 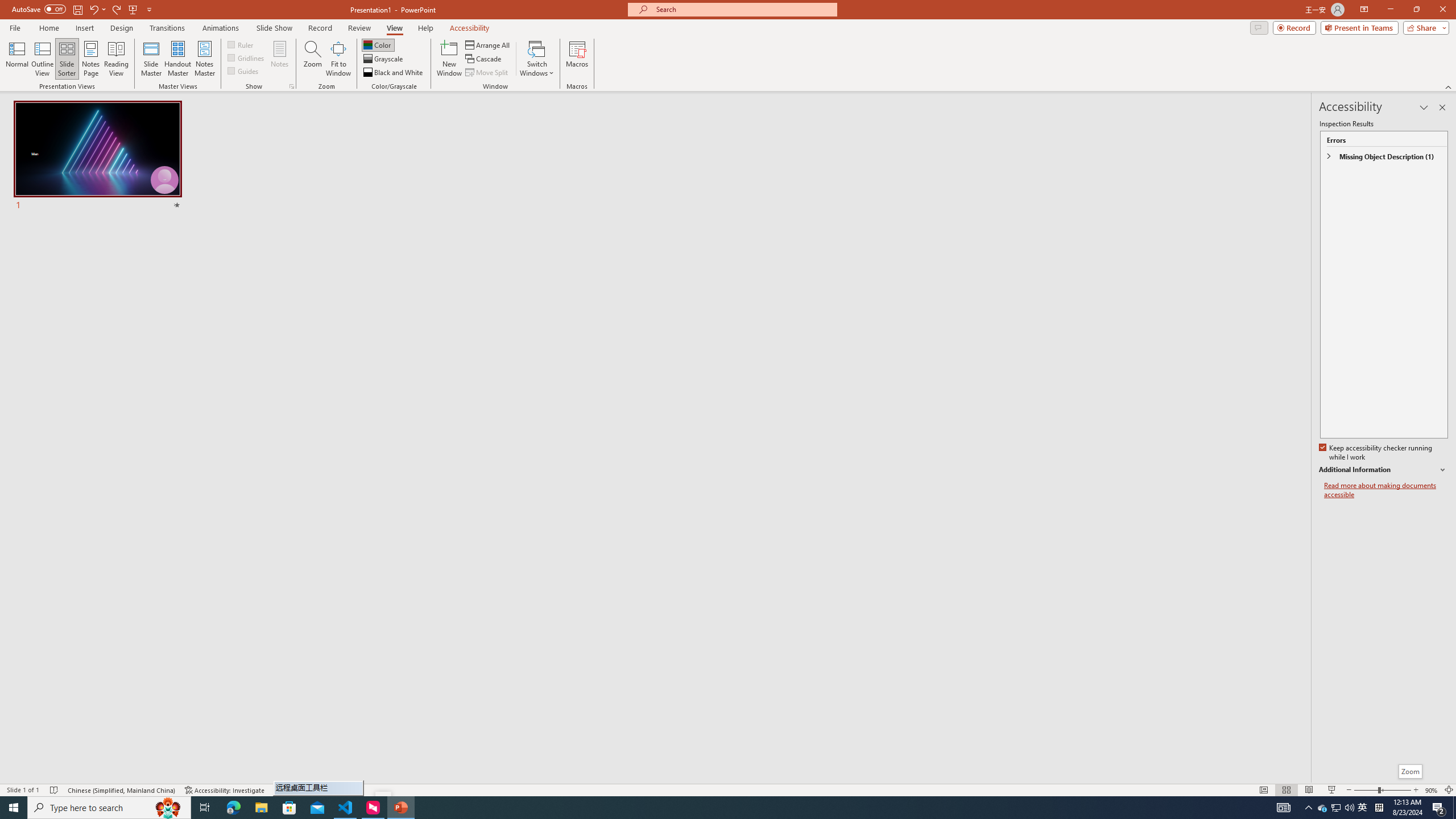 What do you see at coordinates (487, 72) in the screenshot?
I see `'Move Split'` at bounding box center [487, 72].